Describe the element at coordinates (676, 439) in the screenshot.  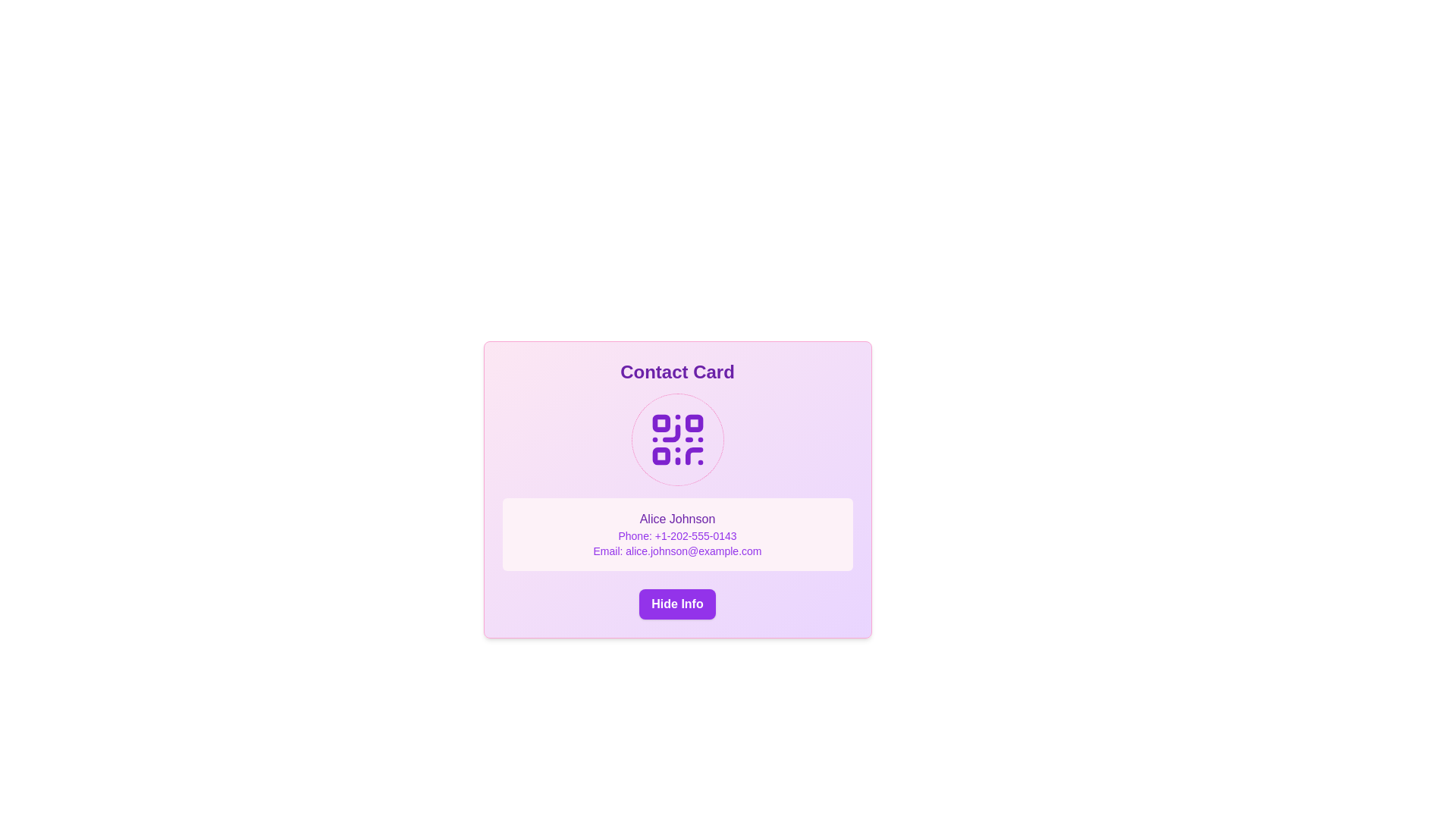
I see `the purple QR code icon that is centrally located within the circularly bordered area on the contact card interface` at that location.